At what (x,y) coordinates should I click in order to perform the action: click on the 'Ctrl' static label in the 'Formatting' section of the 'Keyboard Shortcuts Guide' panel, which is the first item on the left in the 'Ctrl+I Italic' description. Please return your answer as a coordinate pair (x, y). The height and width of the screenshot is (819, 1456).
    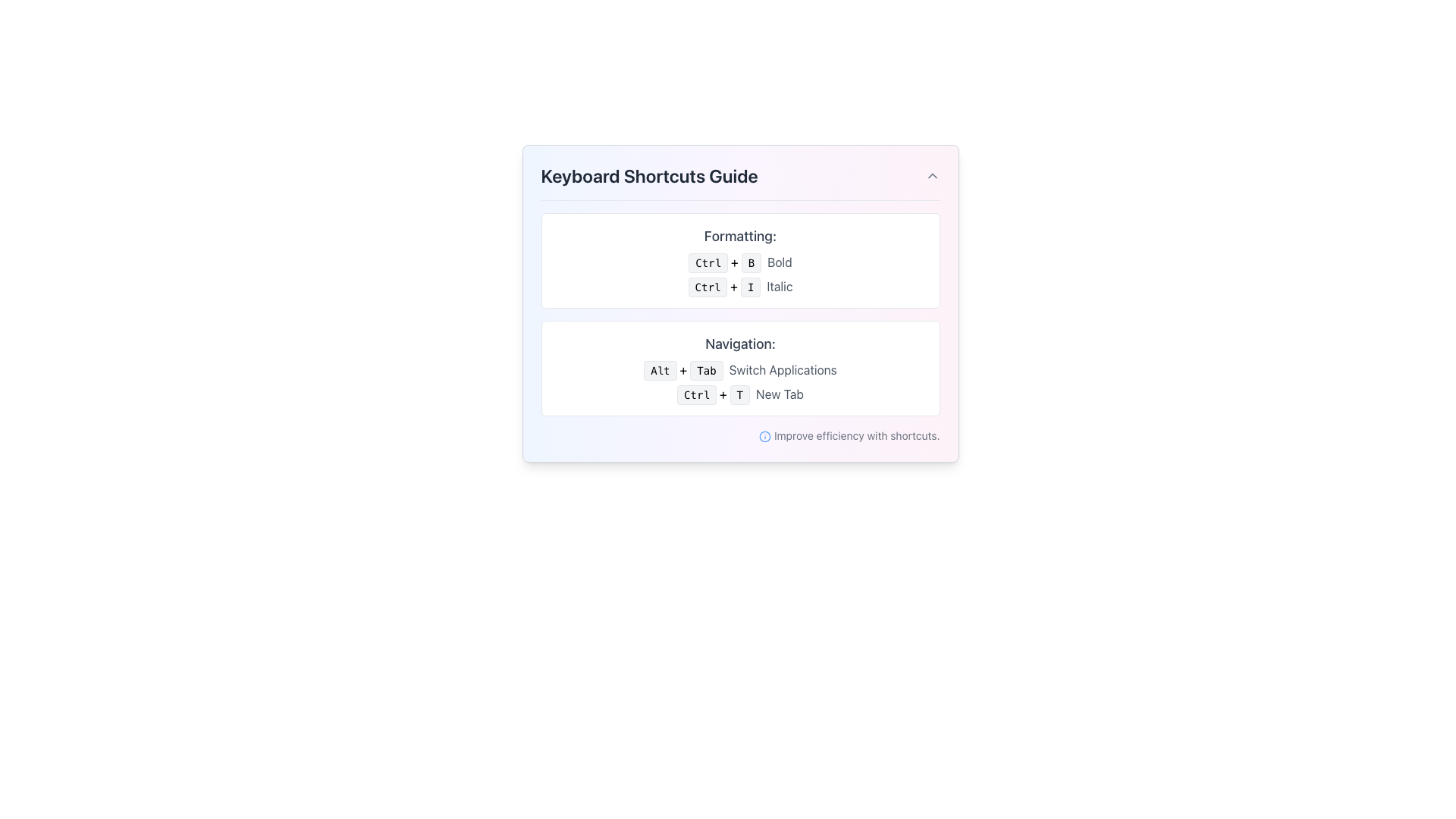
    Looking at the image, I should click on (707, 287).